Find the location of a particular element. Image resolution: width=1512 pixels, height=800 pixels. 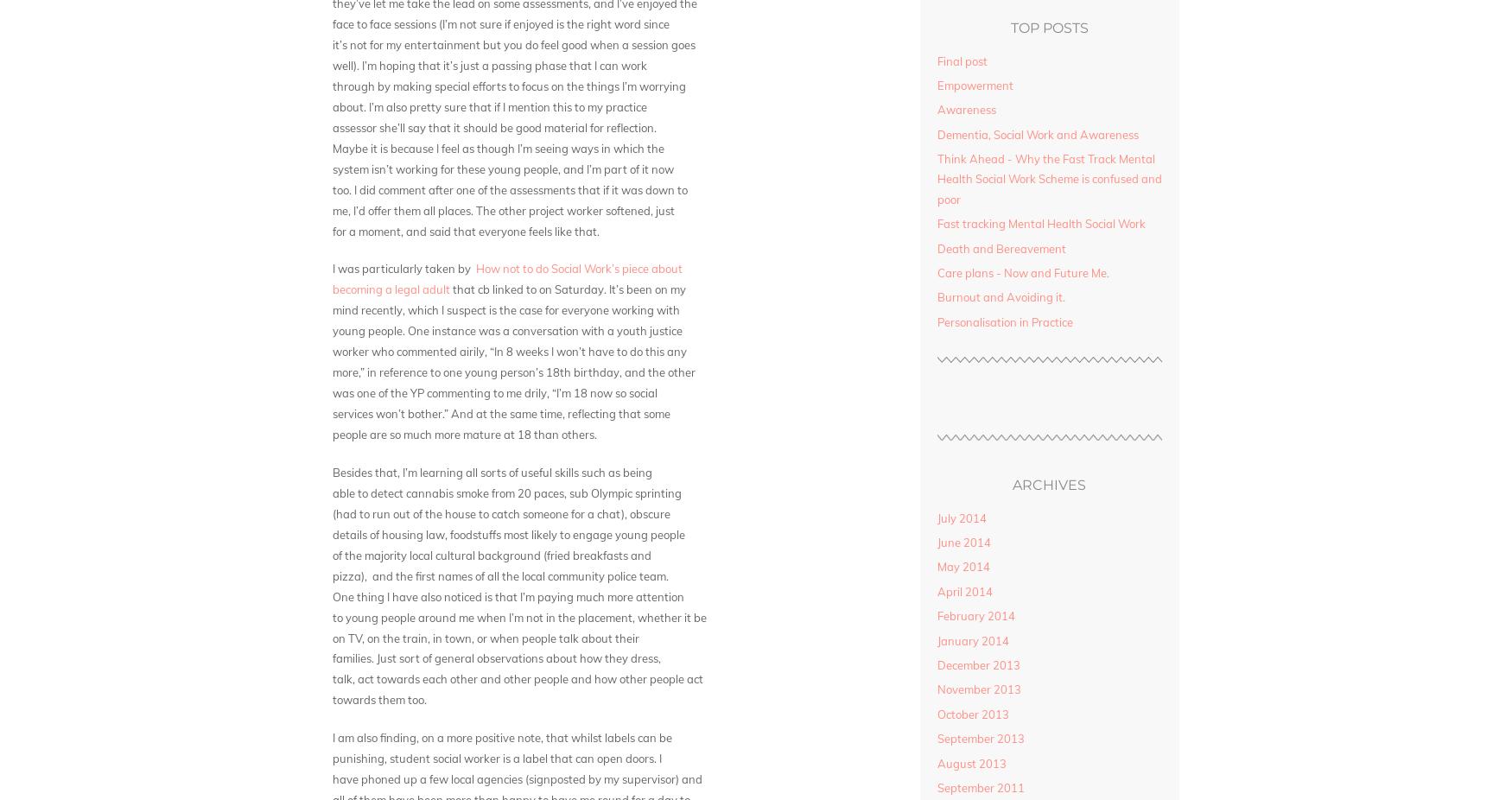

'Maybe it is because I feel as though I’m seeing ways in which the' is located at coordinates (498, 147).